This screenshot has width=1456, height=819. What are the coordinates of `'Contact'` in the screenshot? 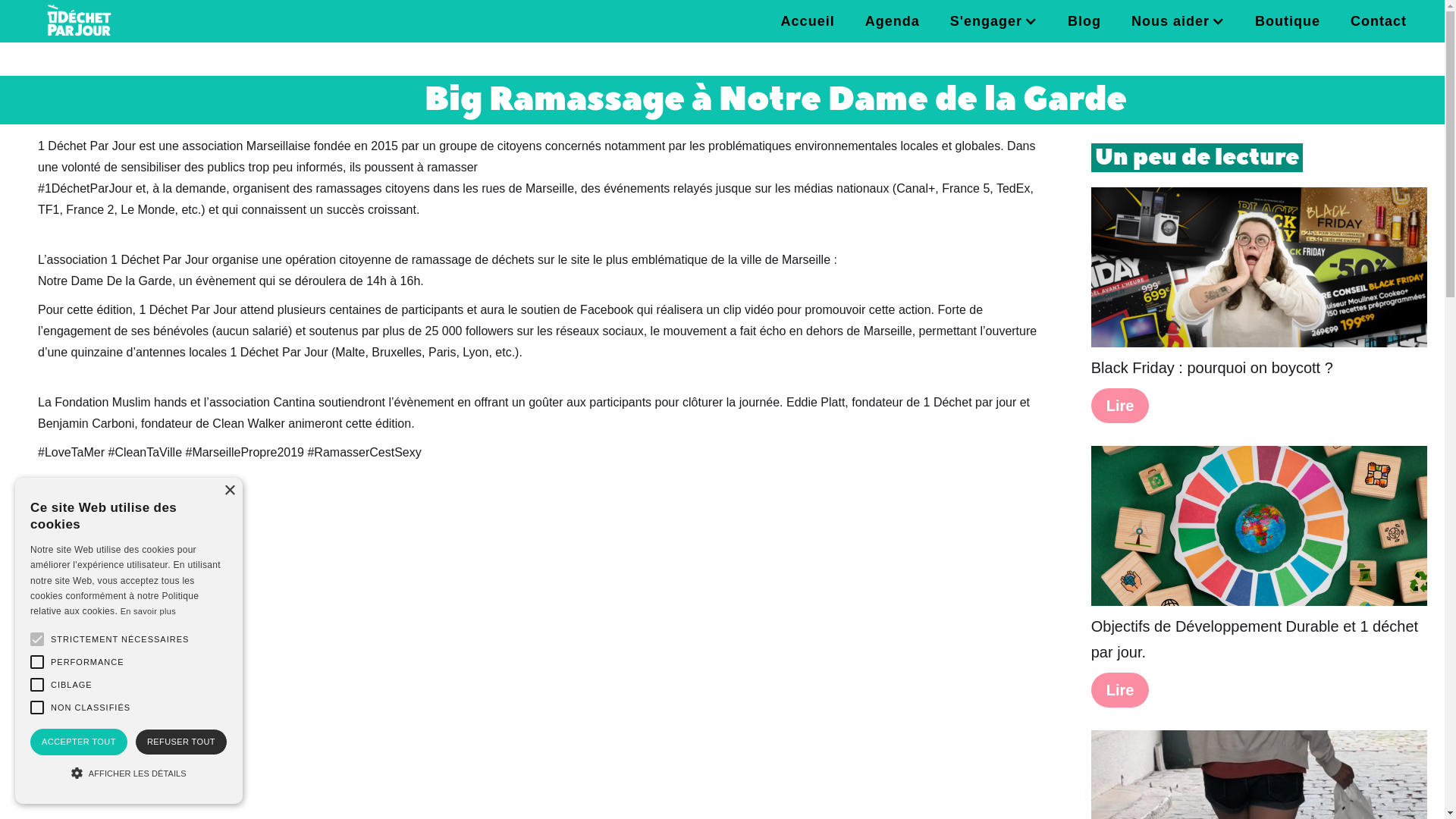 It's located at (1379, 20).